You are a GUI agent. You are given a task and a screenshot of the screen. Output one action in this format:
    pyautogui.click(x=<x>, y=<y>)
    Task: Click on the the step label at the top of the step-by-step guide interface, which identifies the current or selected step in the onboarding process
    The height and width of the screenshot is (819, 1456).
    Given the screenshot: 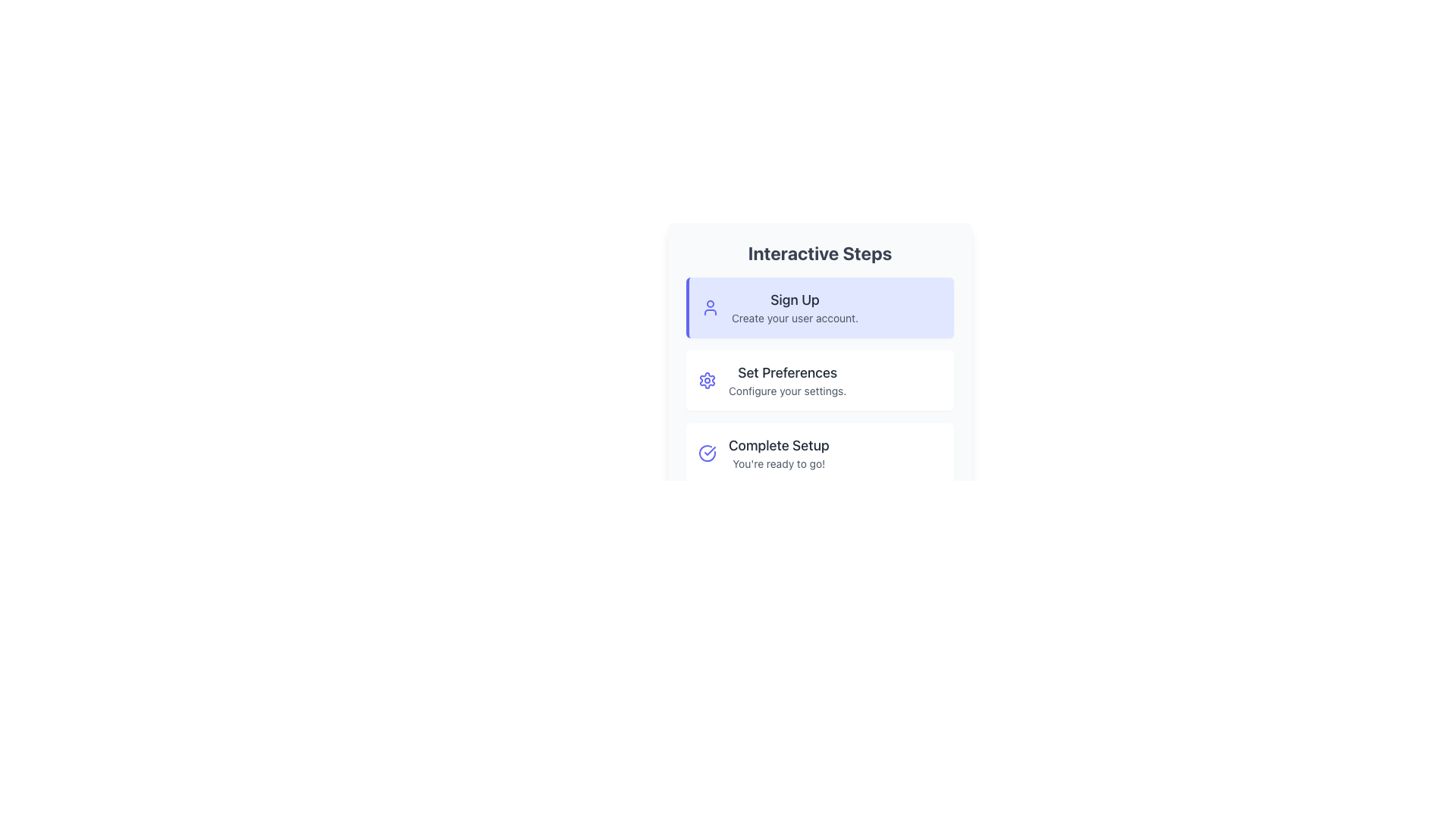 What is the action you would take?
    pyautogui.click(x=794, y=300)
    